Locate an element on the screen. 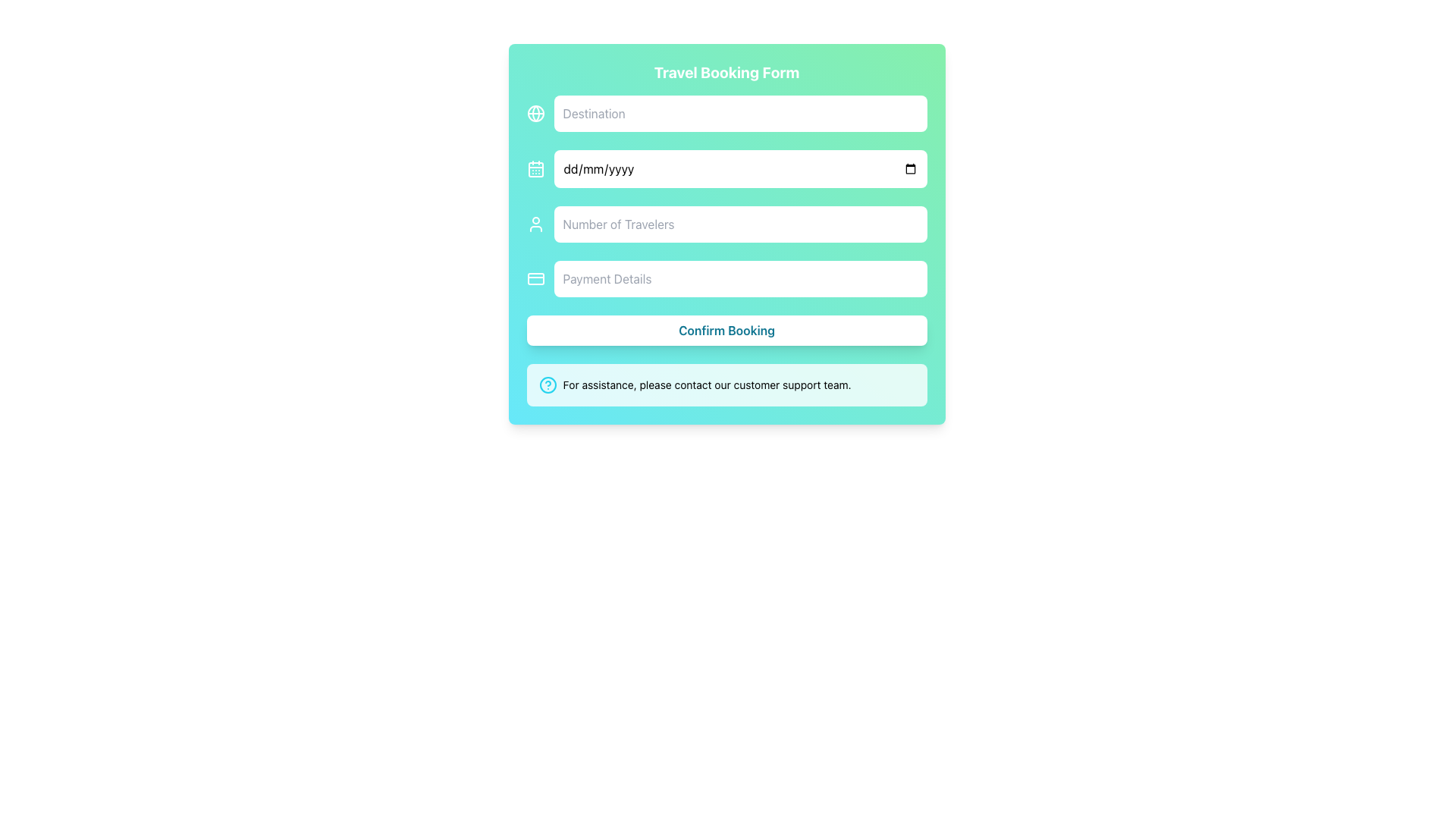 This screenshot has width=1456, height=819. the Number Input Field used for entering the number of travelers in the booking form is located at coordinates (740, 224).